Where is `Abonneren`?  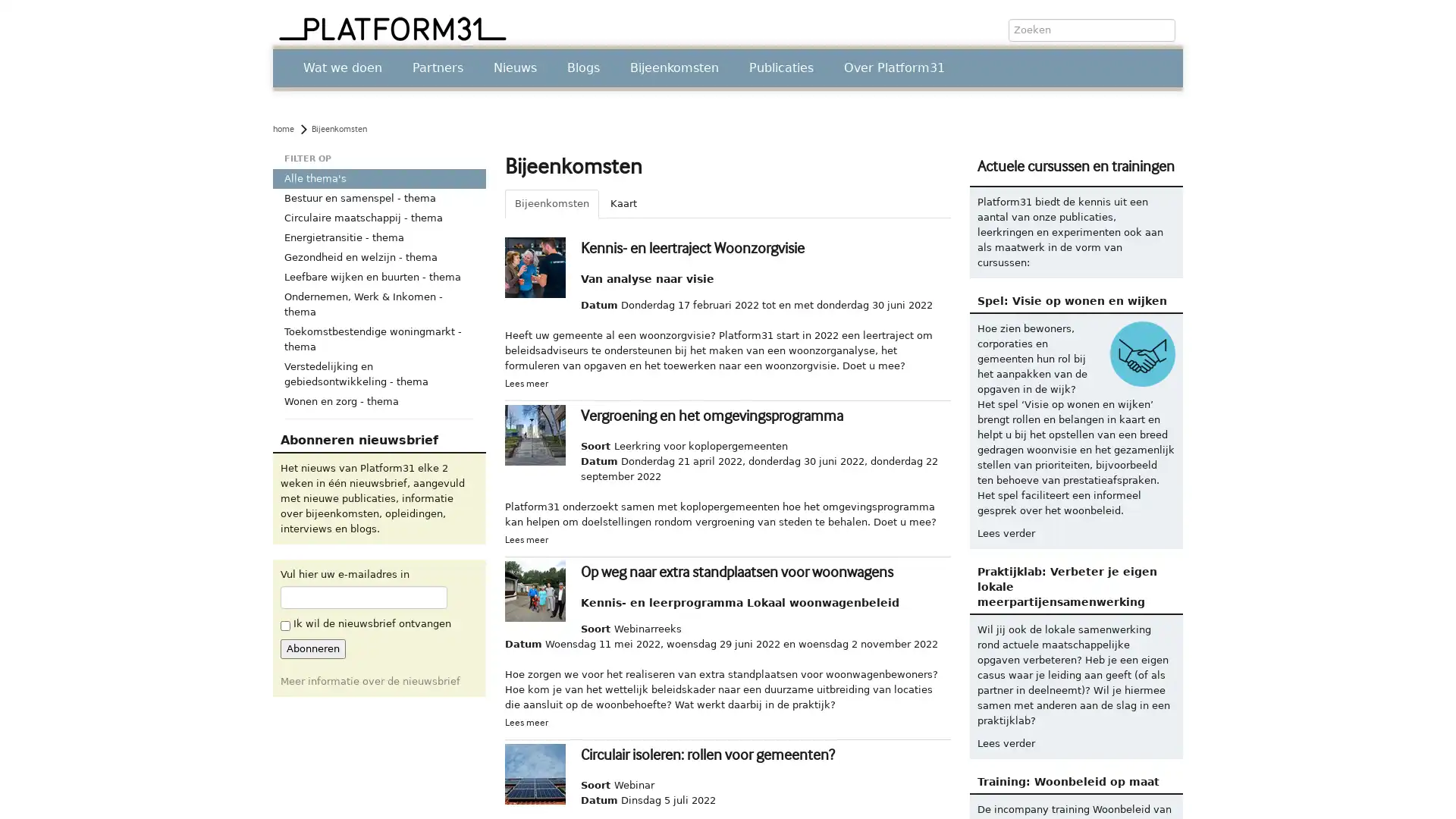 Abonneren is located at coordinates (312, 368).